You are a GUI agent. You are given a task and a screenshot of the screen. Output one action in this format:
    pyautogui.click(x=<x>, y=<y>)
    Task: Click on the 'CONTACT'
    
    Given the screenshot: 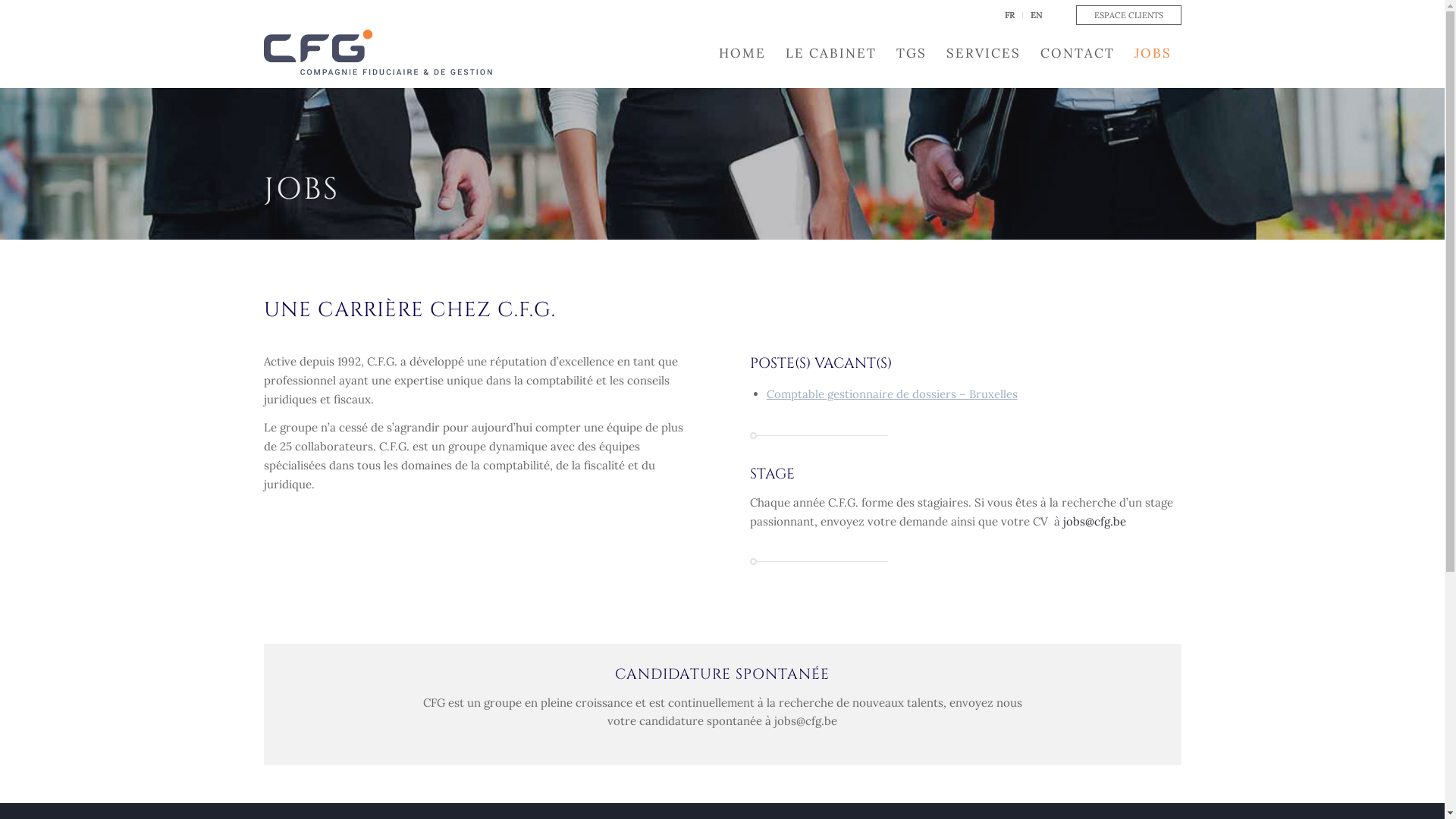 What is the action you would take?
    pyautogui.click(x=1076, y=52)
    